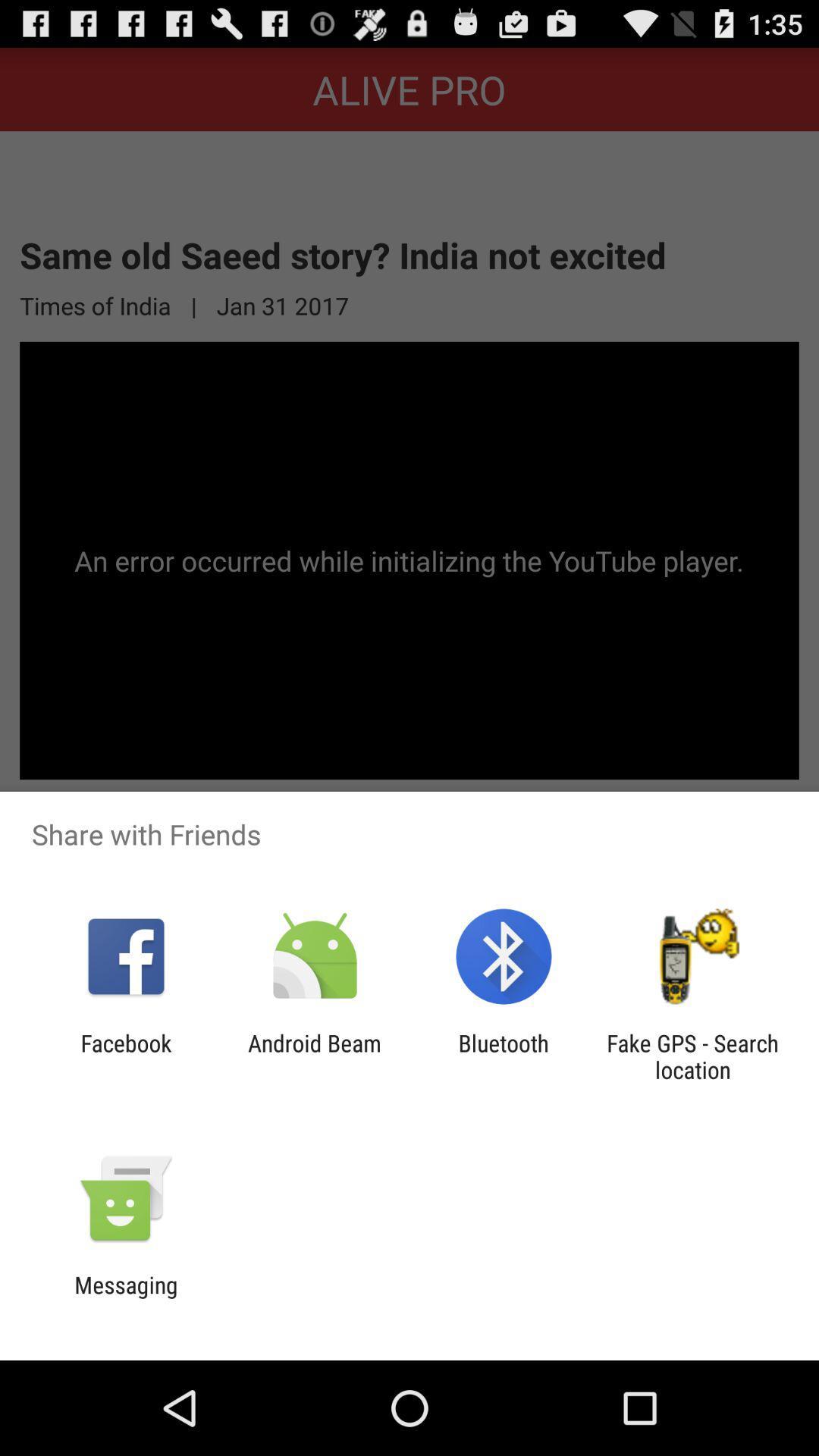 The image size is (819, 1456). What do you see at coordinates (692, 1056) in the screenshot?
I see `item at the bottom right corner` at bounding box center [692, 1056].